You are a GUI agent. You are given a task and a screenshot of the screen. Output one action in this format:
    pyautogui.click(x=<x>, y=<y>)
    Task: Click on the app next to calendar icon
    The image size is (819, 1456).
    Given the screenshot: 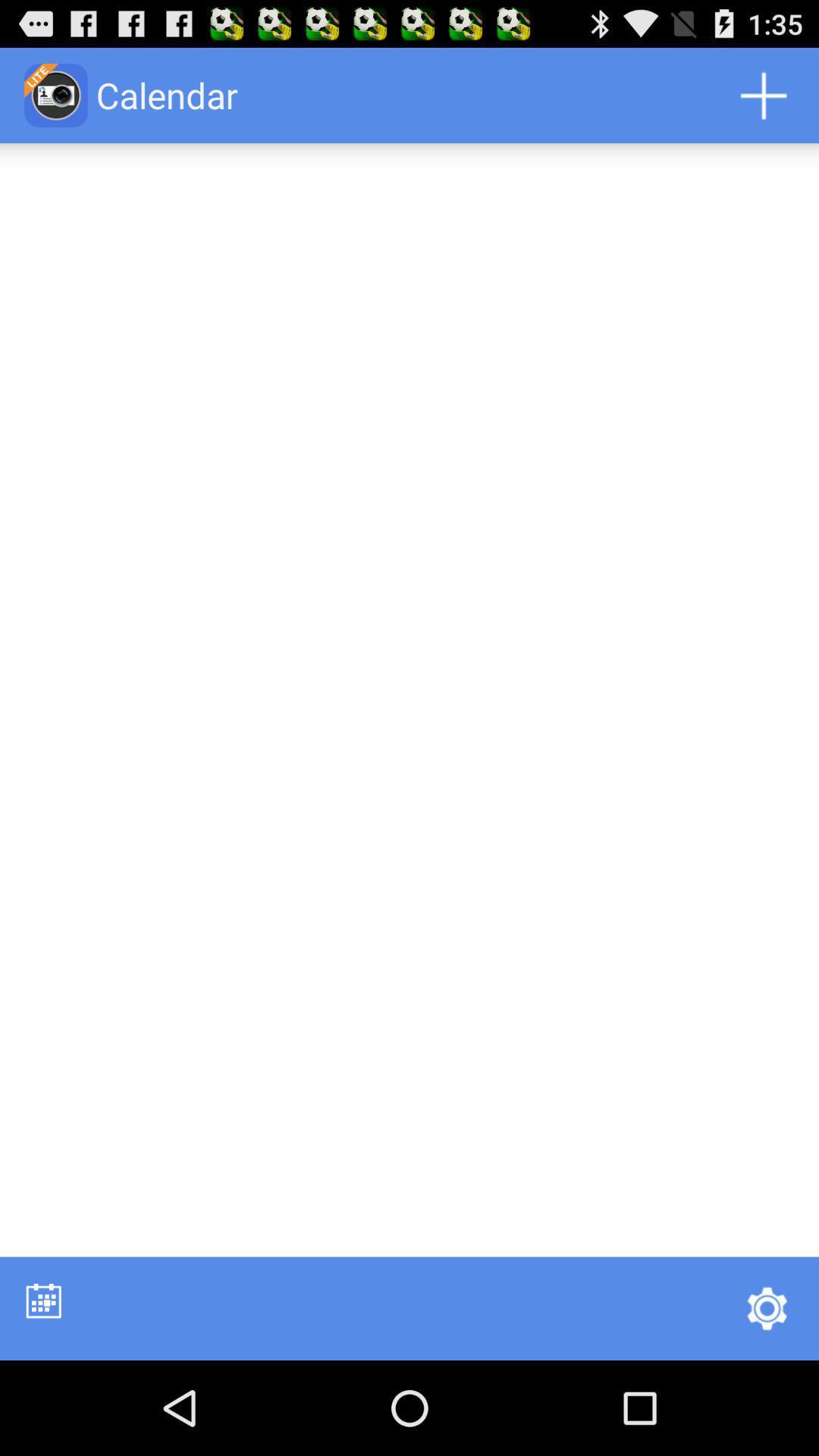 What is the action you would take?
    pyautogui.click(x=763, y=94)
    